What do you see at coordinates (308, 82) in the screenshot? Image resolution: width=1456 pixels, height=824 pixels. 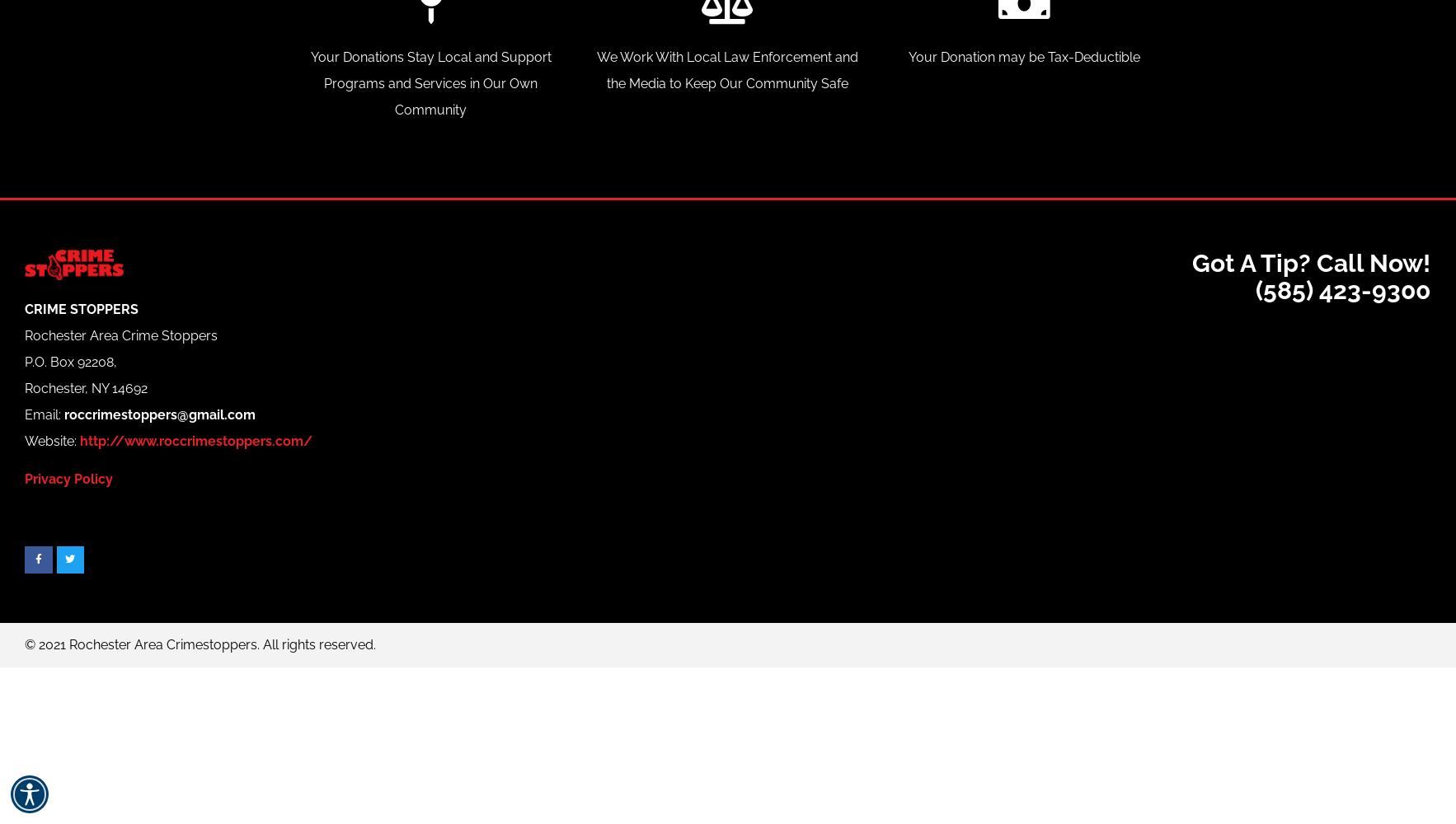 I see `'Your Donations Stay Local and Support Programs and Services in Our Own Community'` at bounding box center [308, 82].